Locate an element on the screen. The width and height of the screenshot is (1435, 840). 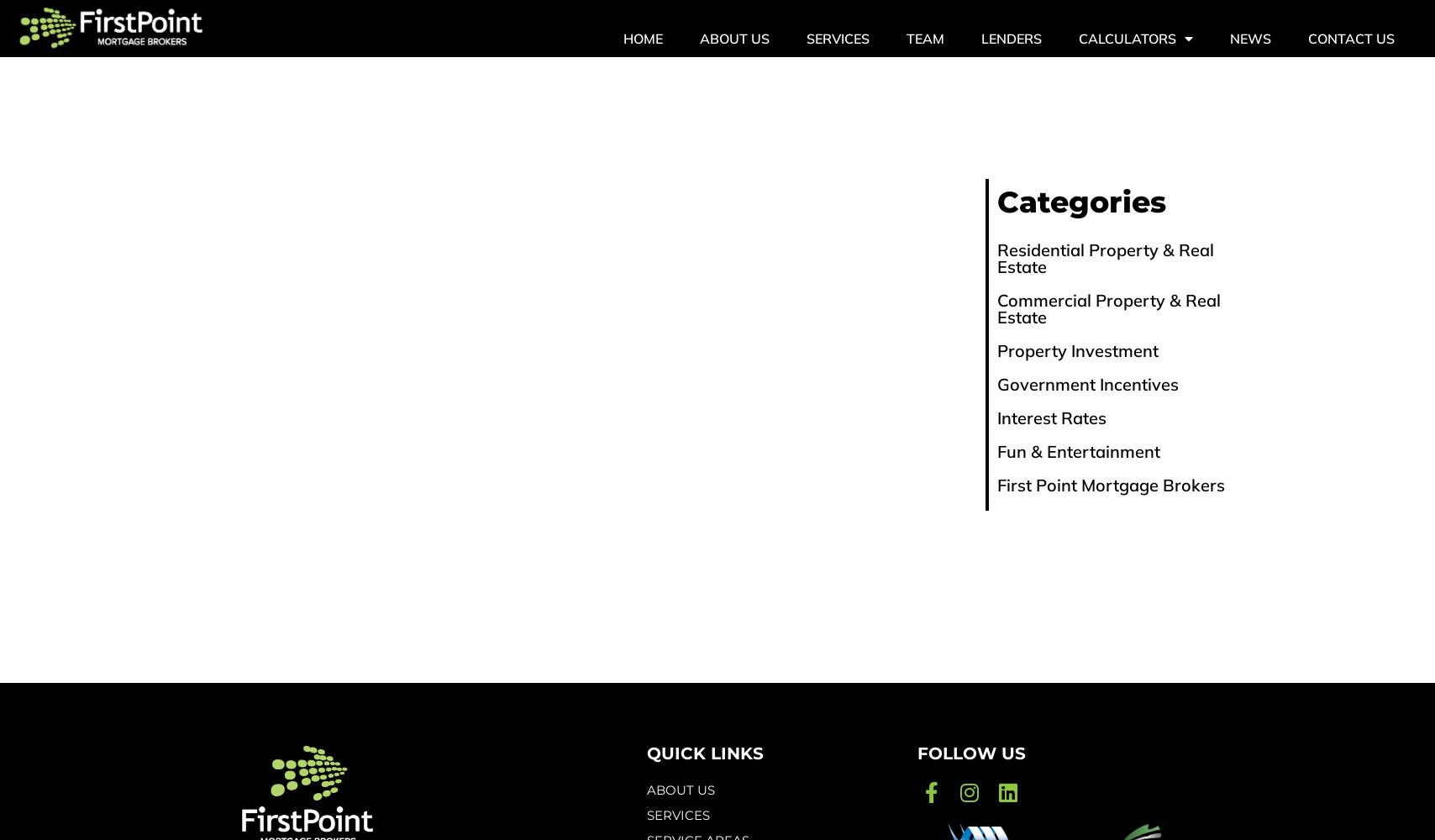
'Lenders' is located at coordinates (1011, 39).